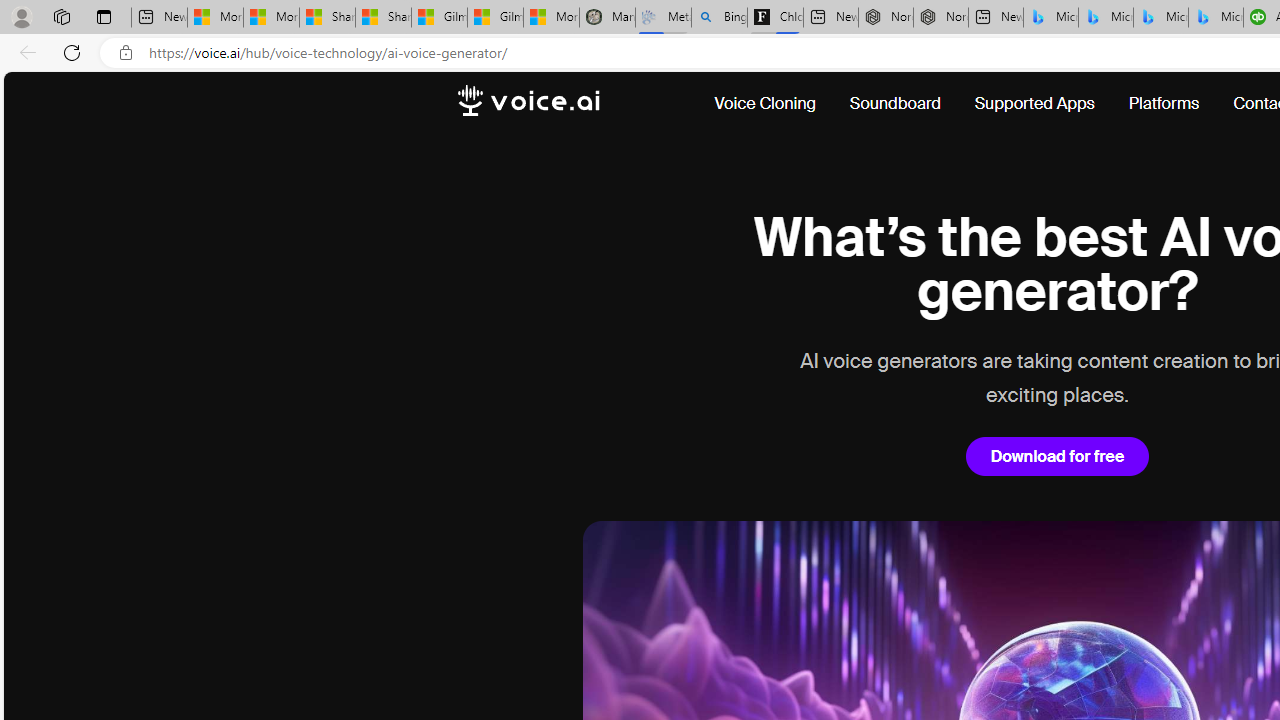 The width and height of the screenshot is (1280, 720). Describe the element at coordinates (774, 17) in the screenshot. I see `'Chloe Sorvino'` at that location.